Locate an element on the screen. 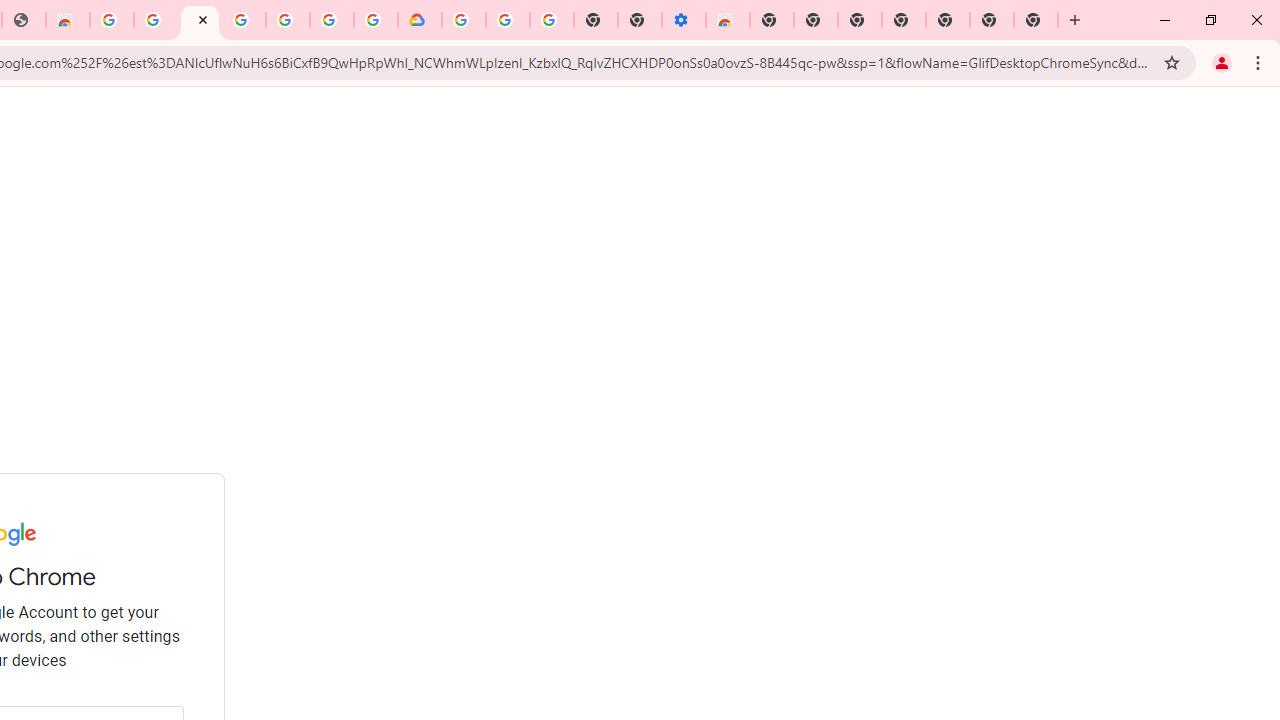 This screenshot has height=720, width=1280. 'Settings - Accessibility' is located at coordinates (684, 20).